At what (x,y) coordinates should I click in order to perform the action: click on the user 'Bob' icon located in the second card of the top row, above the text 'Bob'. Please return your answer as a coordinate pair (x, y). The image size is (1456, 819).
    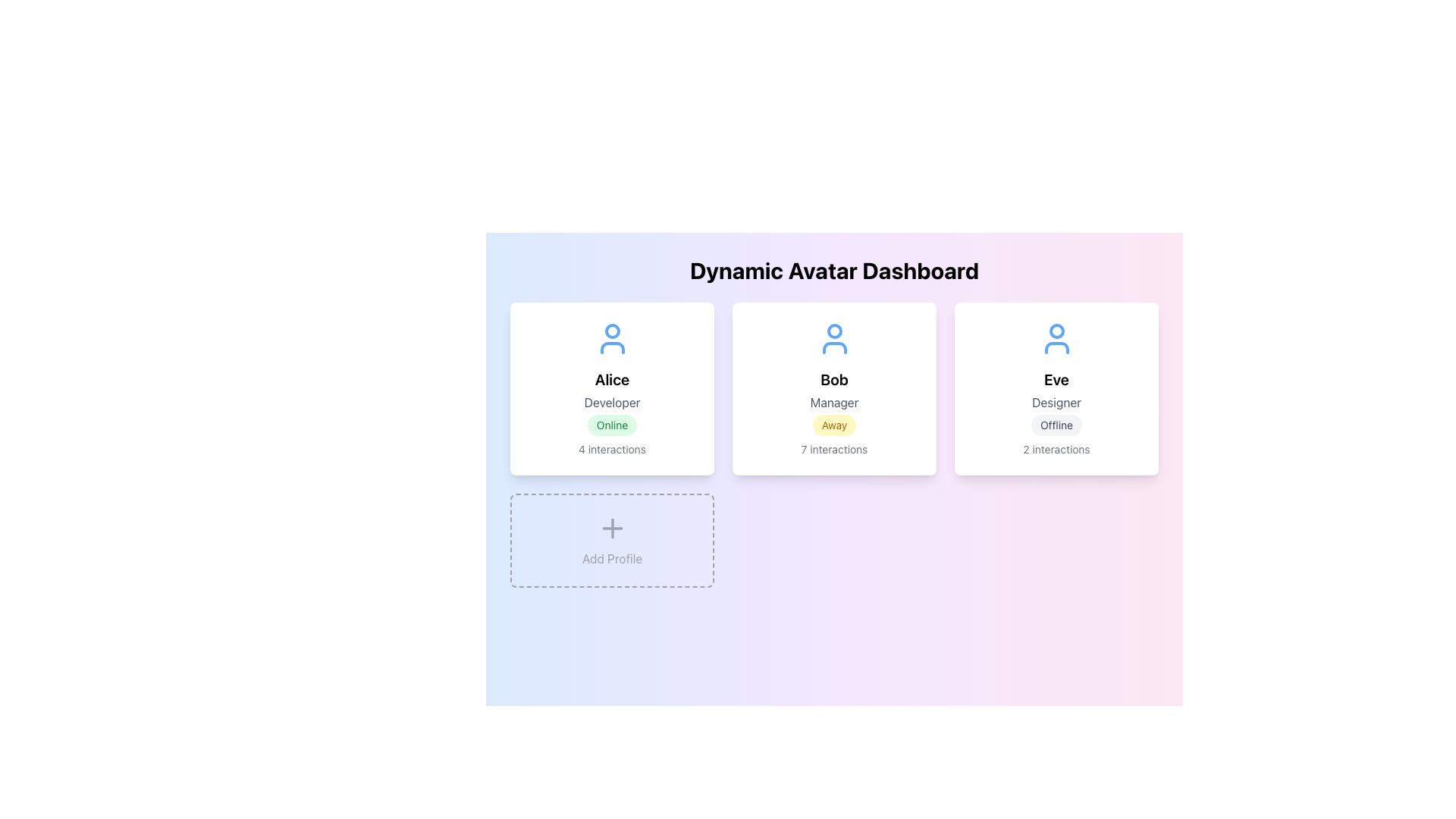
    Looking at the image, I should click on (833, 338).